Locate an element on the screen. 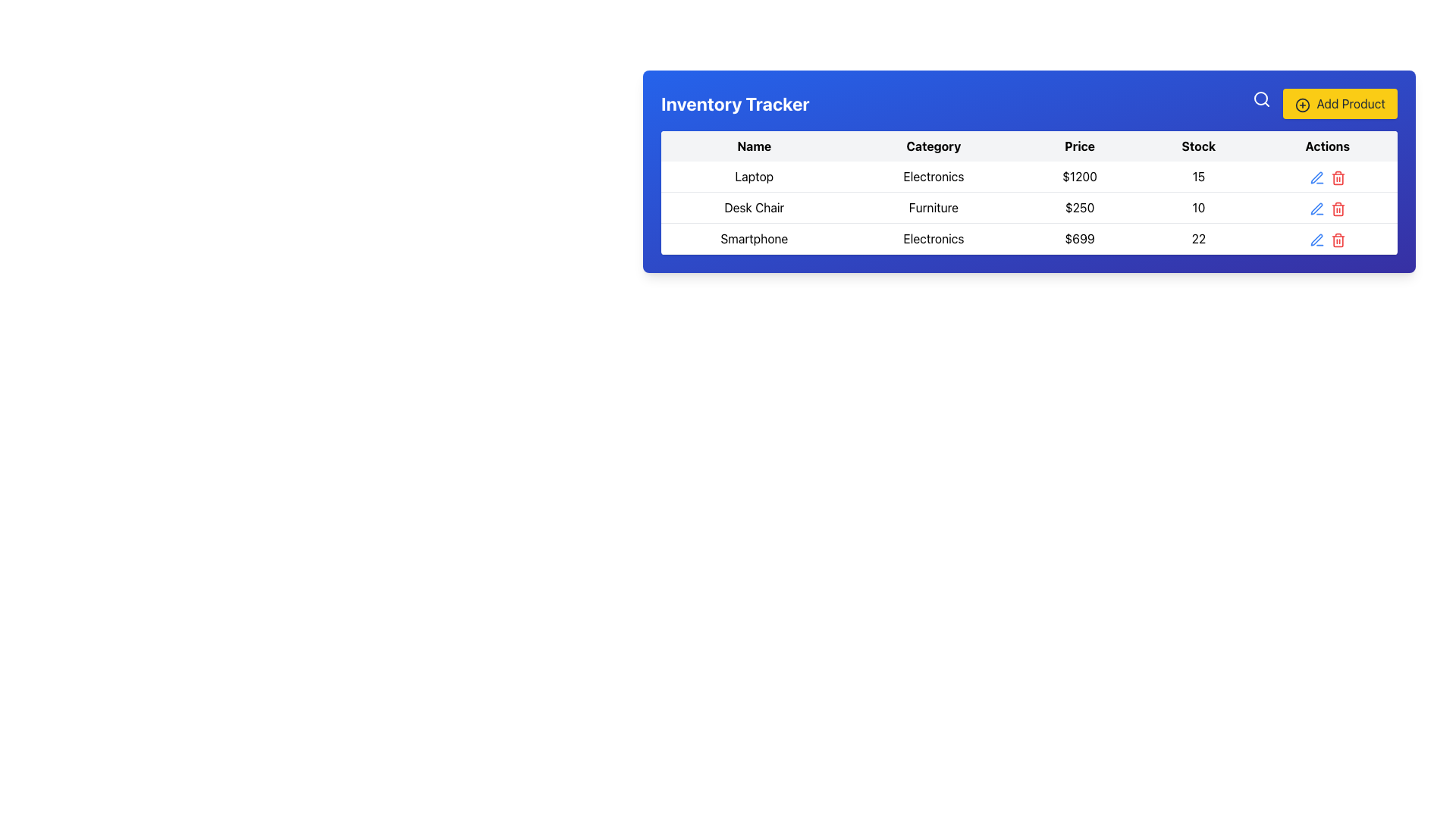  the 'Price' header in the inventory table, which is the third header cell between 'Category' and 'Stock' is located at coordinates (1079, 146).